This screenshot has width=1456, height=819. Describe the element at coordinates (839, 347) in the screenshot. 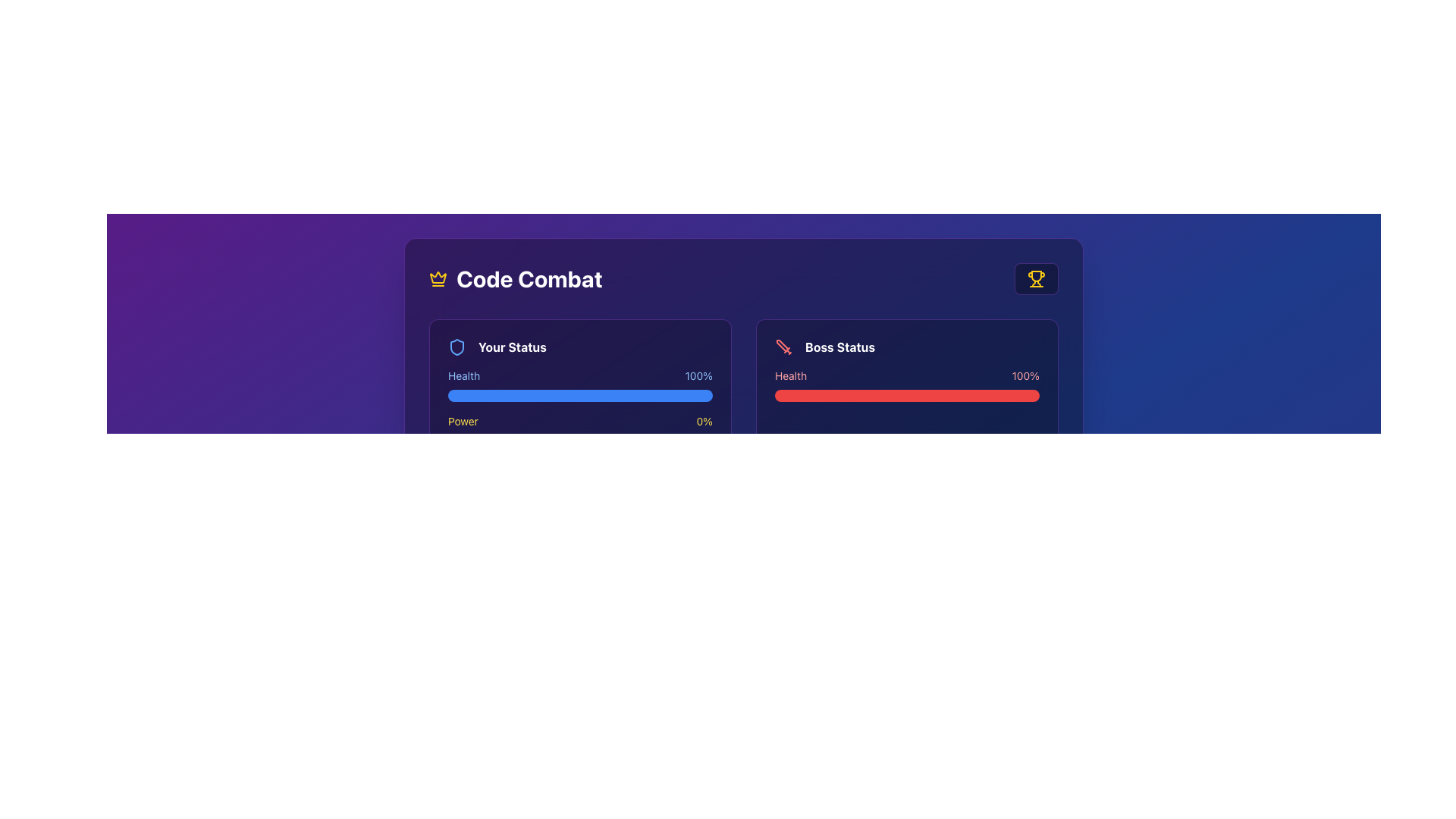

I see `the 'Boss Status' label element, which displays bold white text on a dark blue background and is located in the upper-right section of the interface` at that location.